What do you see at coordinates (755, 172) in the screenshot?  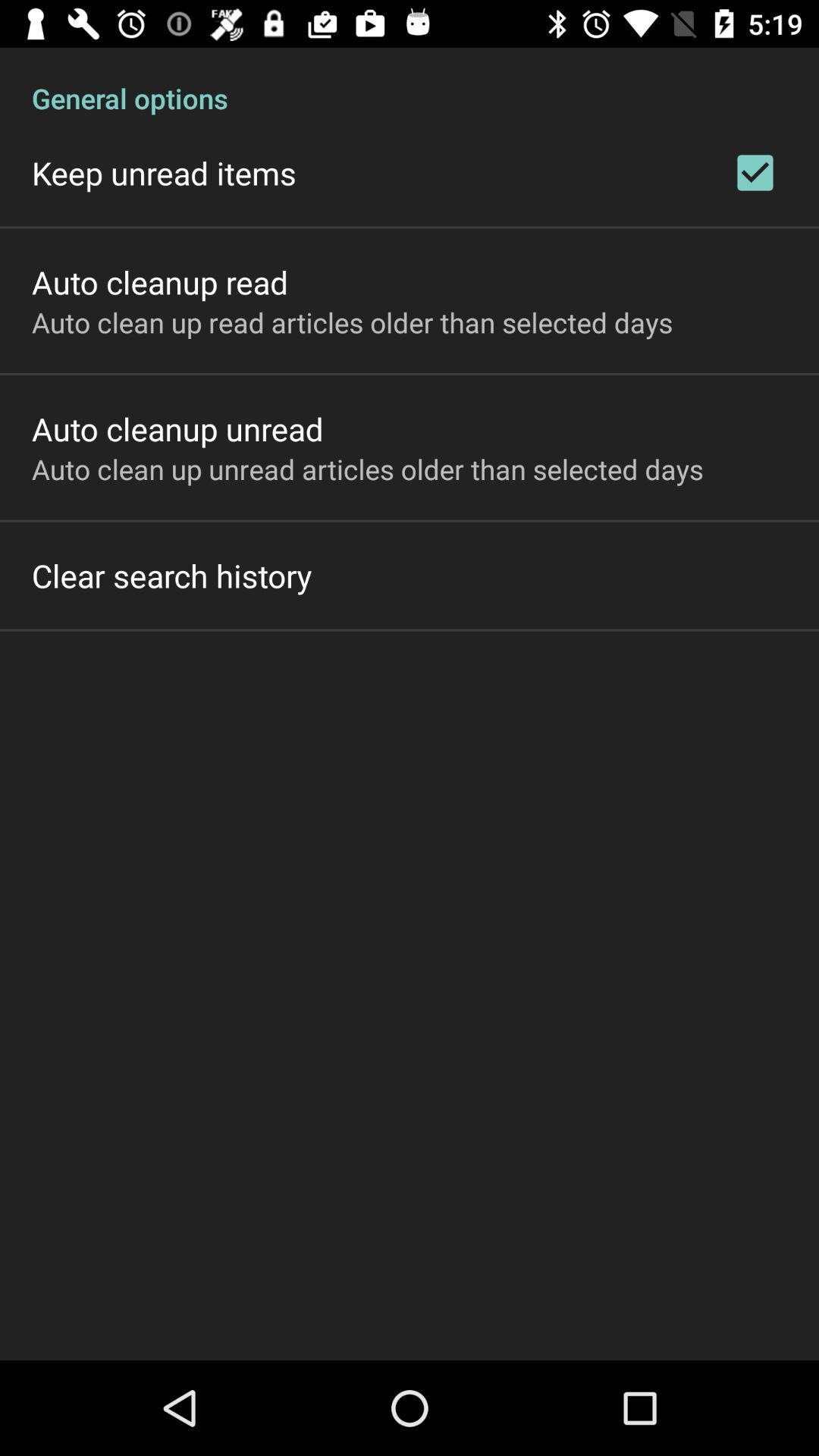 I see `item next to the keep unread items icon` at bounding box center [755, 172].